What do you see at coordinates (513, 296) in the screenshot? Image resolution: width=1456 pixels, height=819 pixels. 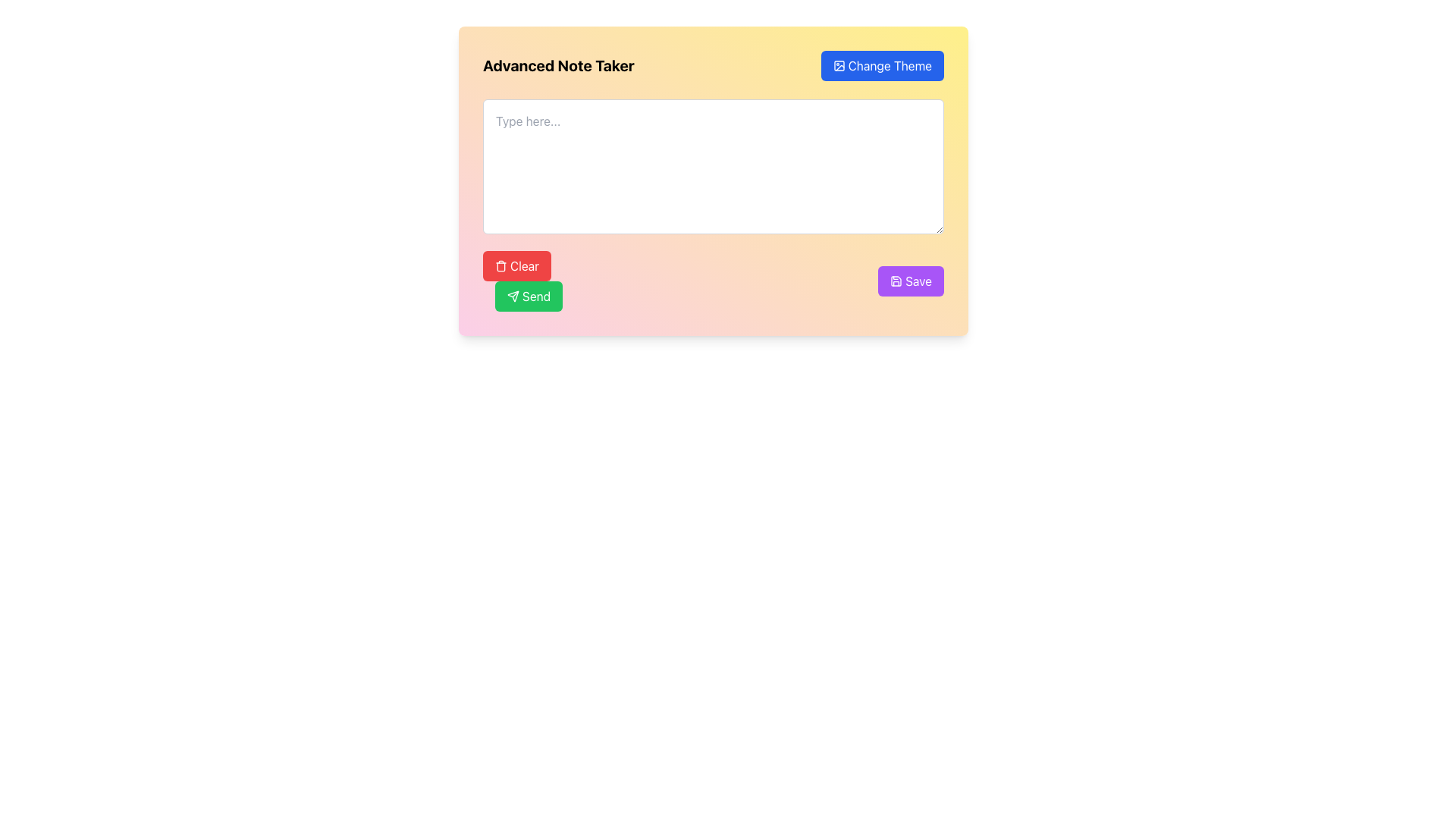 I see `the miniature paper plane icon with a green outline, which is embedded in the green 'Send' button located at the bottom-center of the panel` at bounding box center [513, 296].